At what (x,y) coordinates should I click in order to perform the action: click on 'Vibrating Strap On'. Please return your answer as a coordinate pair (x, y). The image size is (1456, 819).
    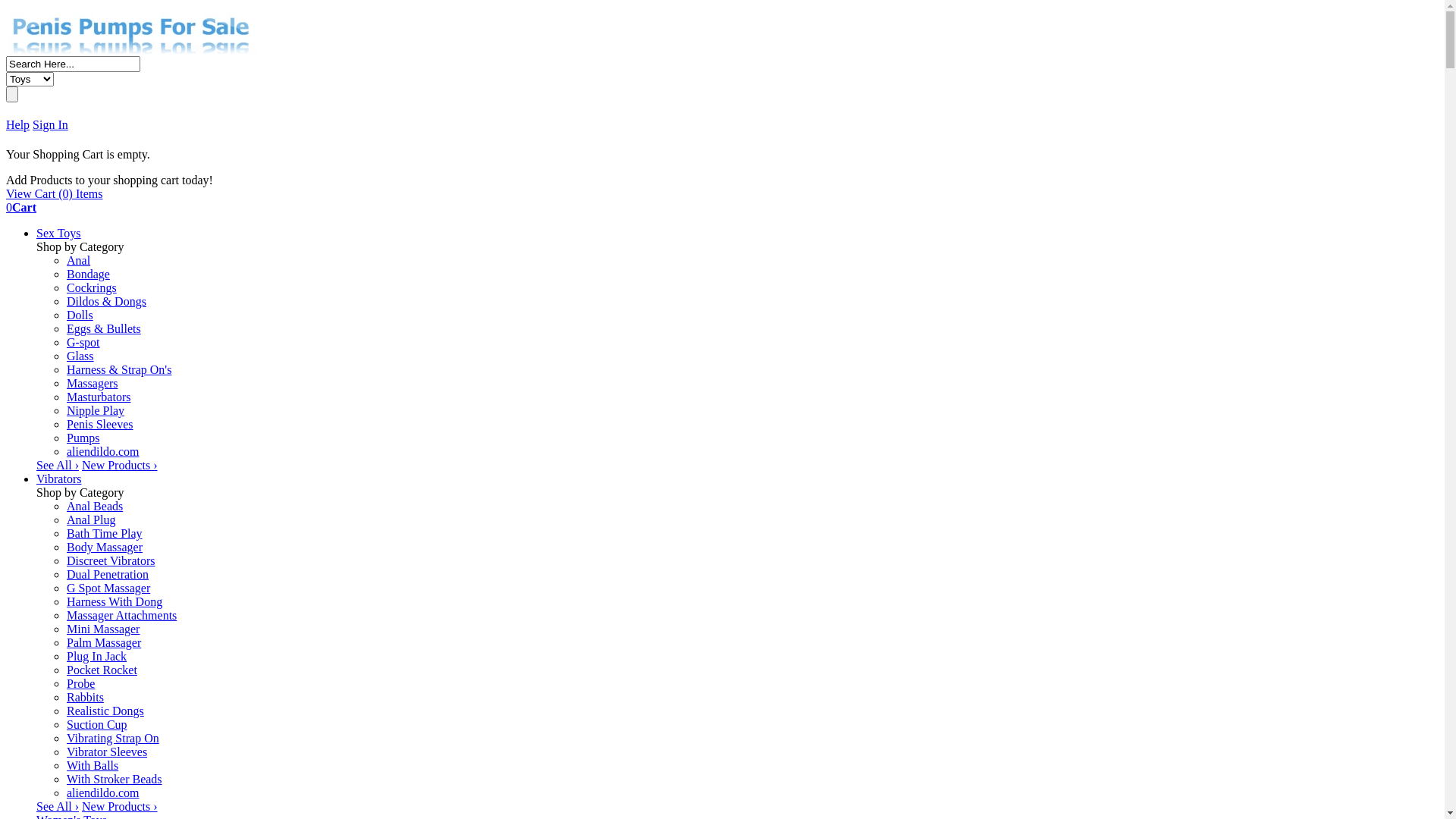
    Looking at the image, I should click on (111, 737).